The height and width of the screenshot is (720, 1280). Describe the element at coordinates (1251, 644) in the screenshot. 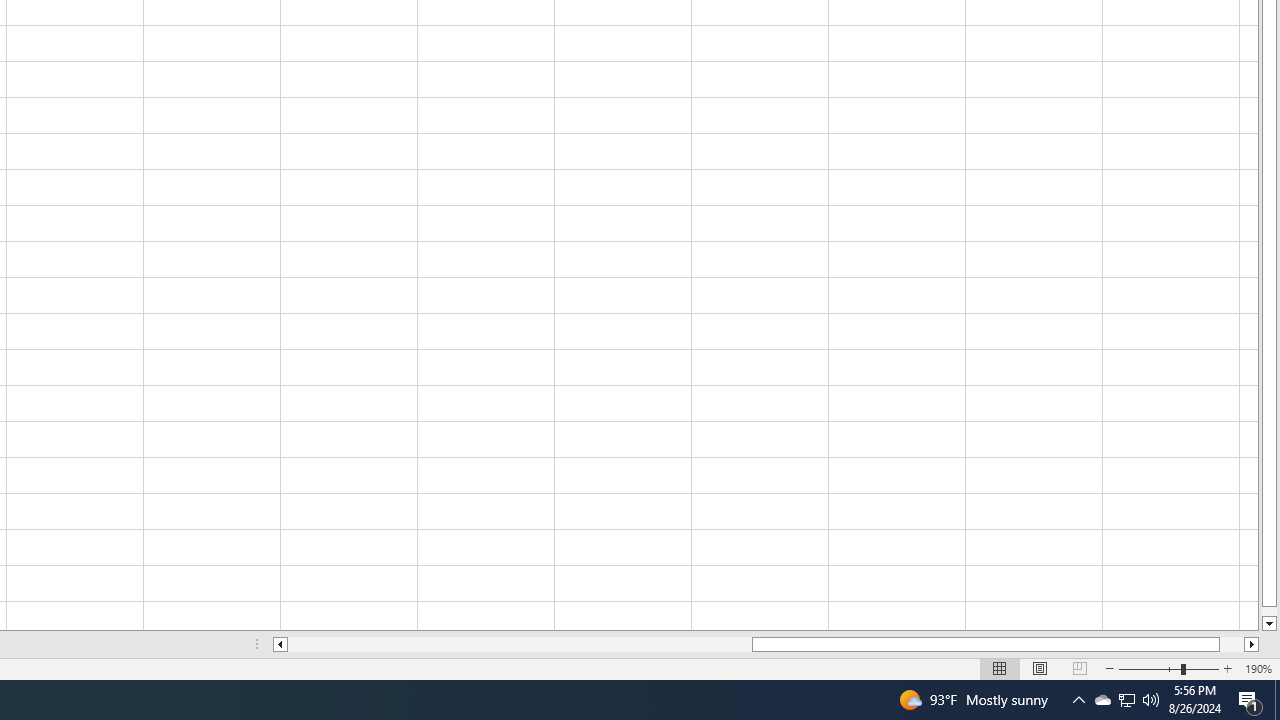

I see `'Column right'` at that location.